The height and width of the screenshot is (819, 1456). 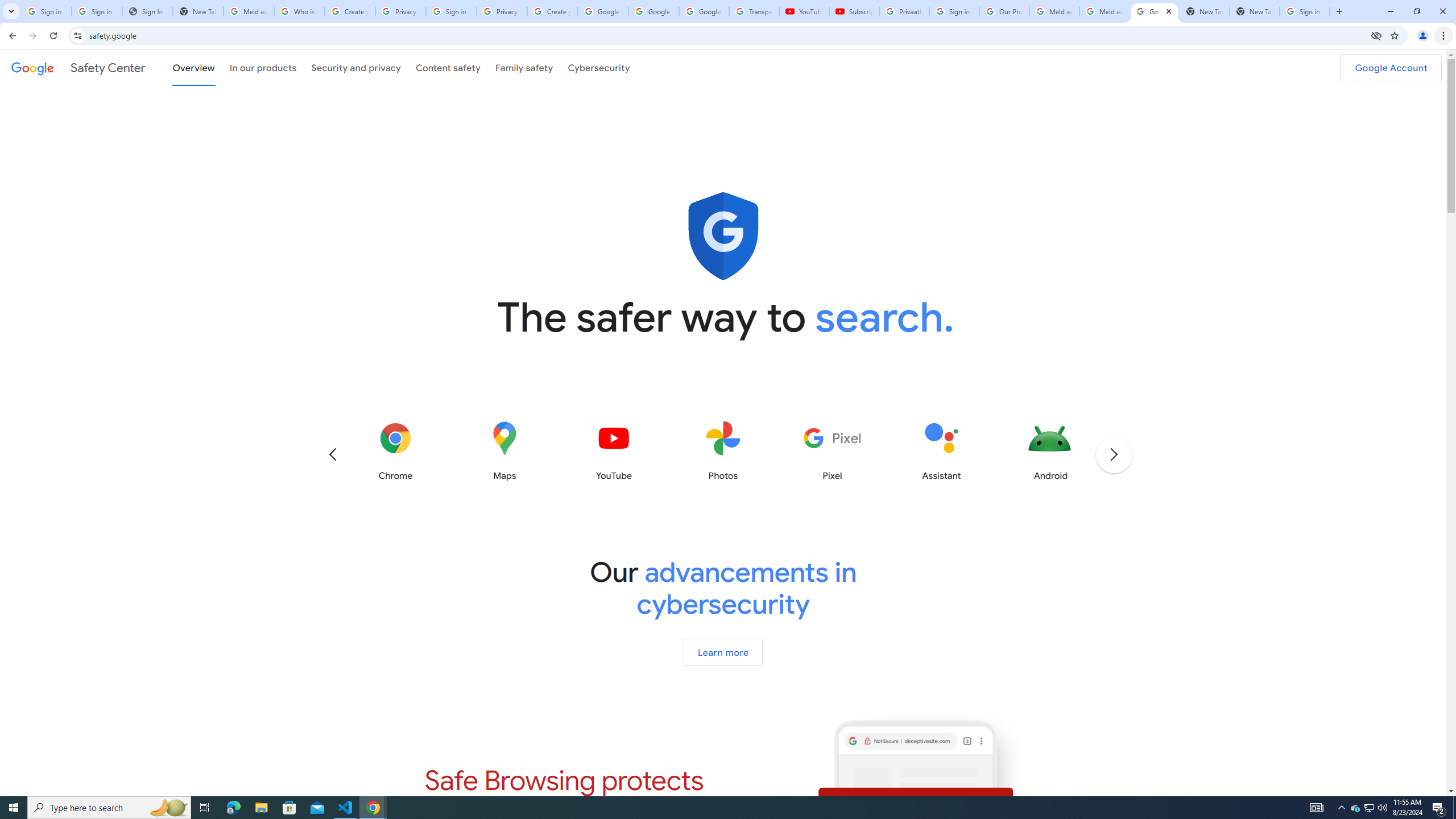 What do you see at coordinates (450, 11) in the screenshot?
I see `'Sign in - Google Accounts'` at bounding box center [450, 11].